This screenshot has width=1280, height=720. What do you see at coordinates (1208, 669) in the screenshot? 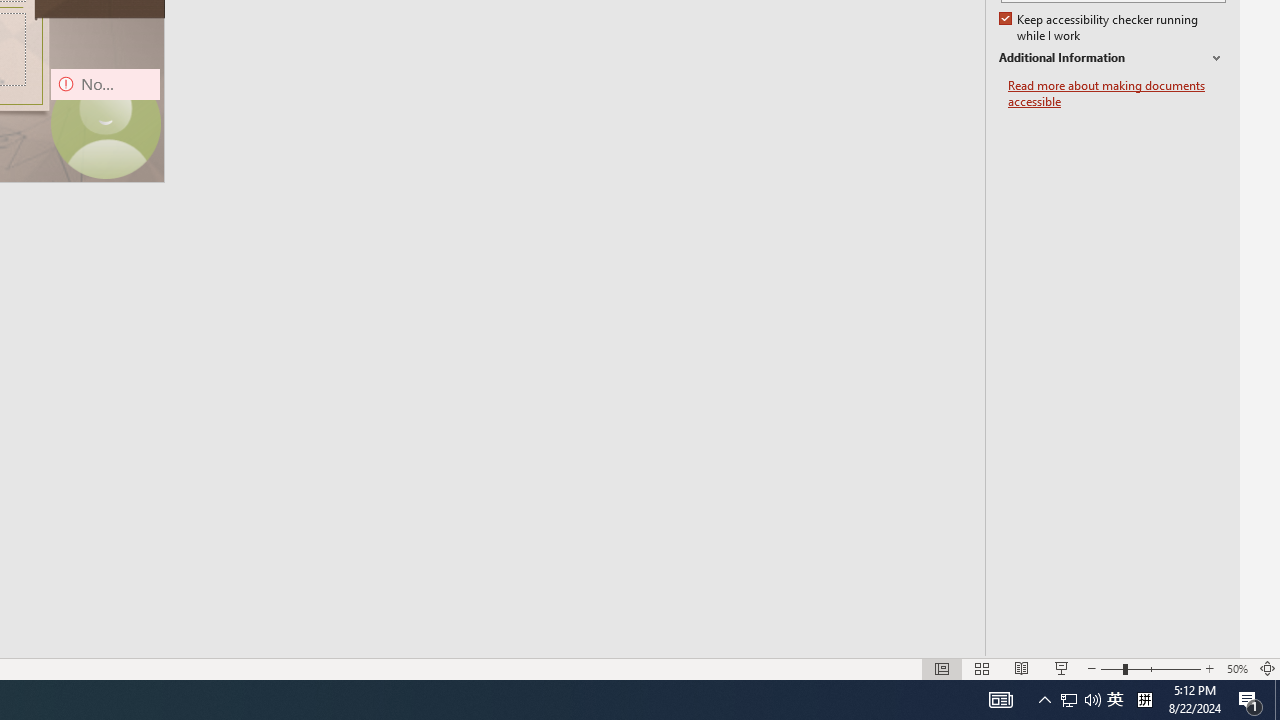
I see `'Zoom In'` at bounding box center [1208, 669].